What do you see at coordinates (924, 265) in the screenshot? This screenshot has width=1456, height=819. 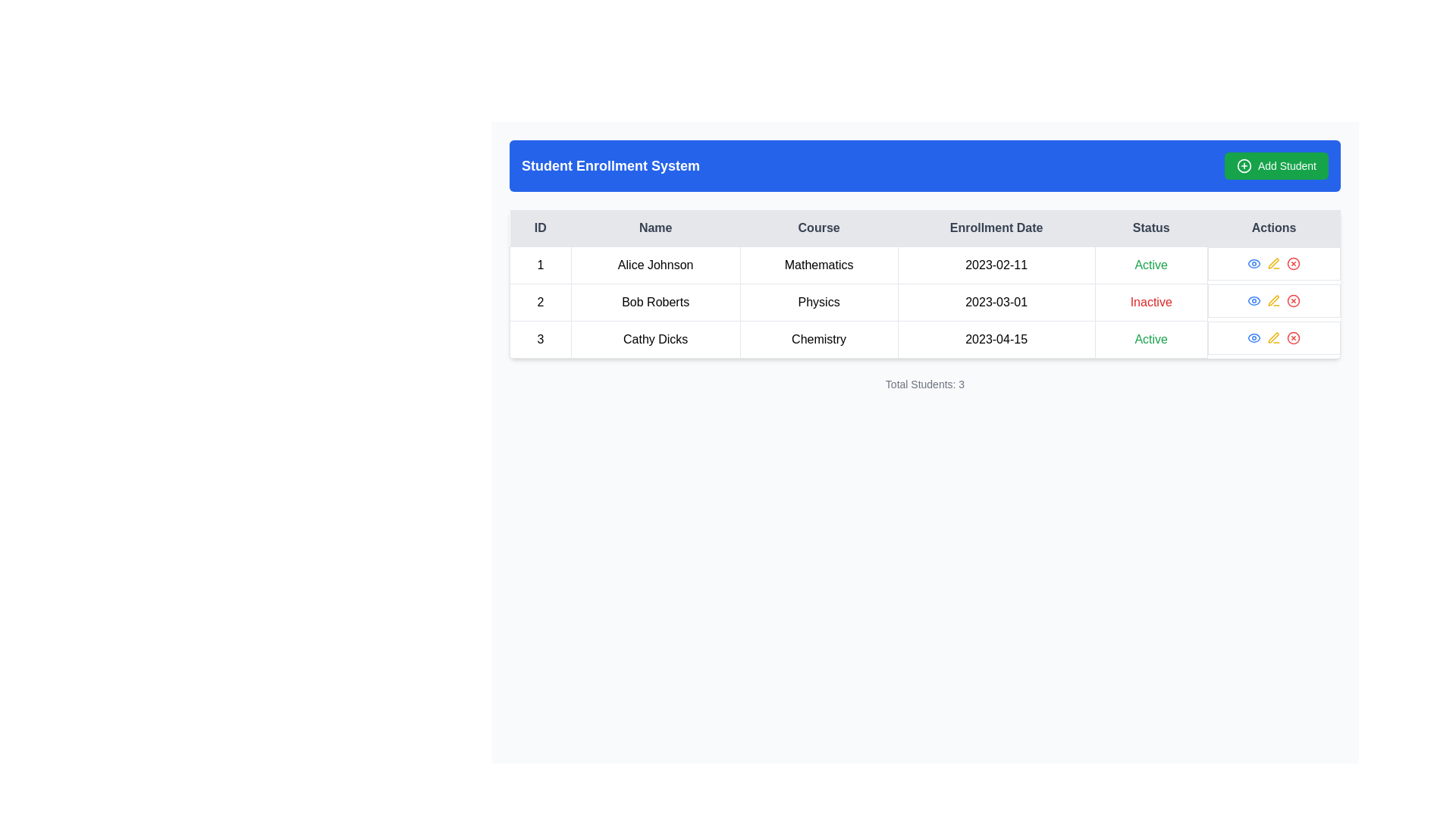 I see `details of the first row in the student enrollment table, which displays information about students including ID, name, course, enrollment date, and status` at bounding box center [924, 265].